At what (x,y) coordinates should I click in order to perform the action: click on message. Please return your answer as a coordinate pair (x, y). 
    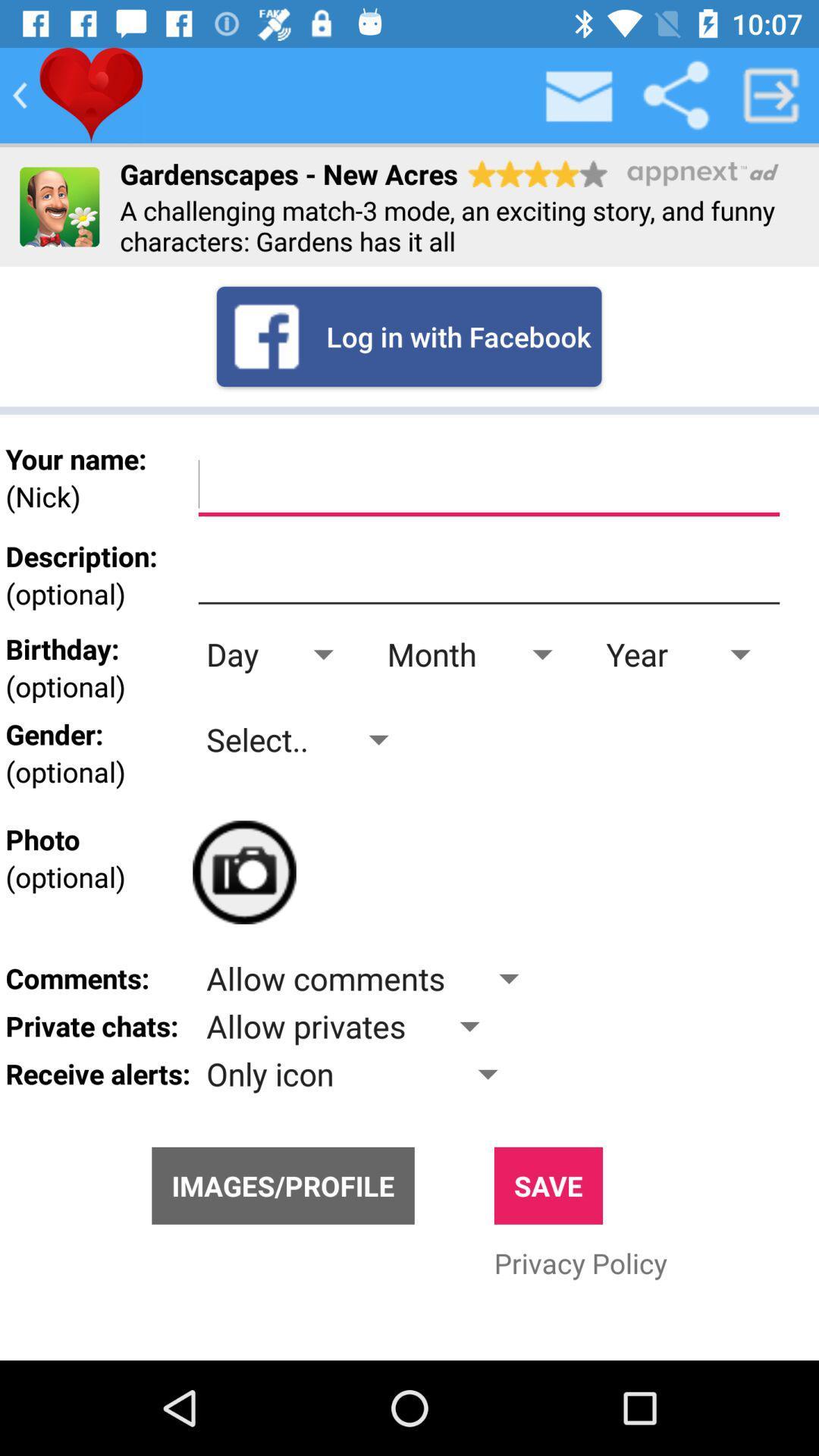
    Looking at the image, I should click on (579, 94).